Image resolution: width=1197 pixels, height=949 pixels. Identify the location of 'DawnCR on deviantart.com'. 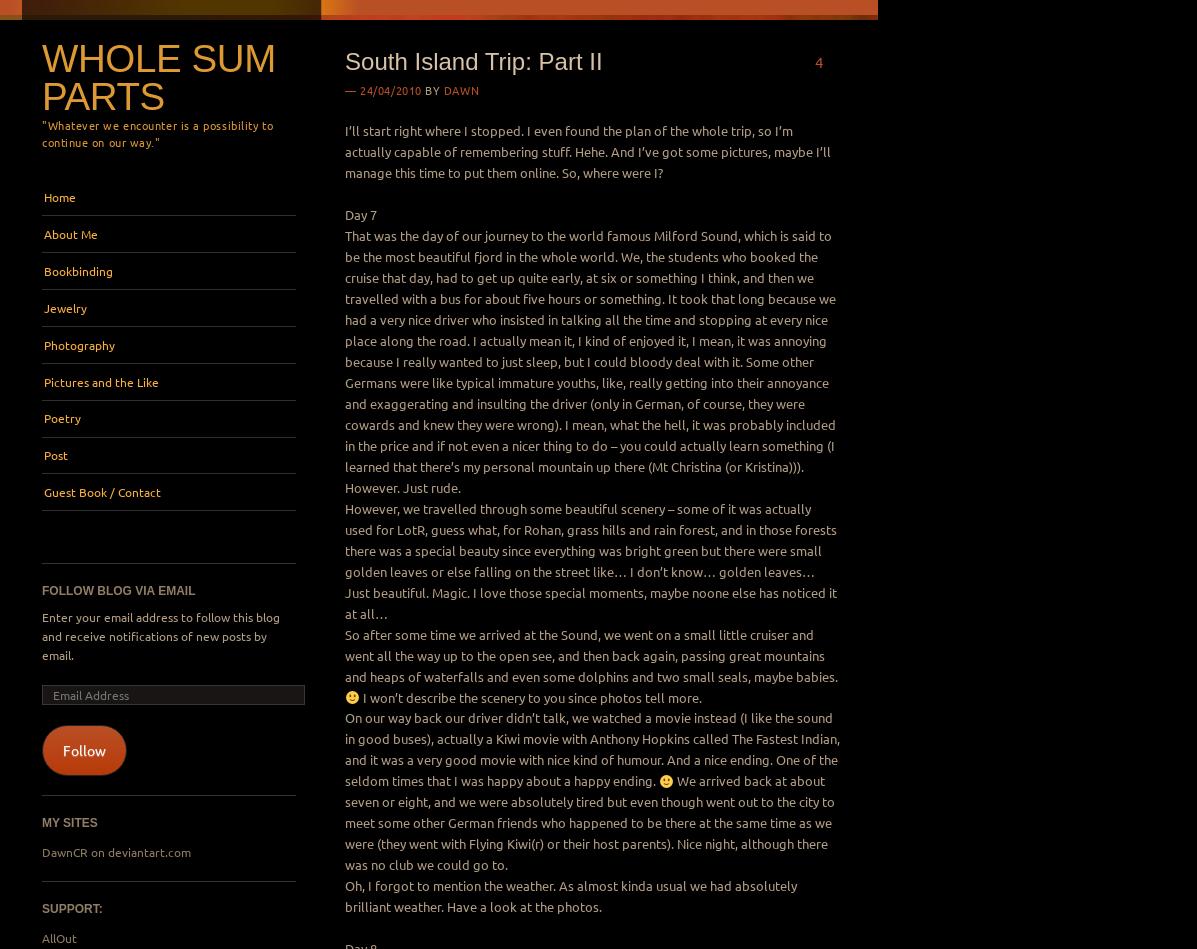
(114, 851).